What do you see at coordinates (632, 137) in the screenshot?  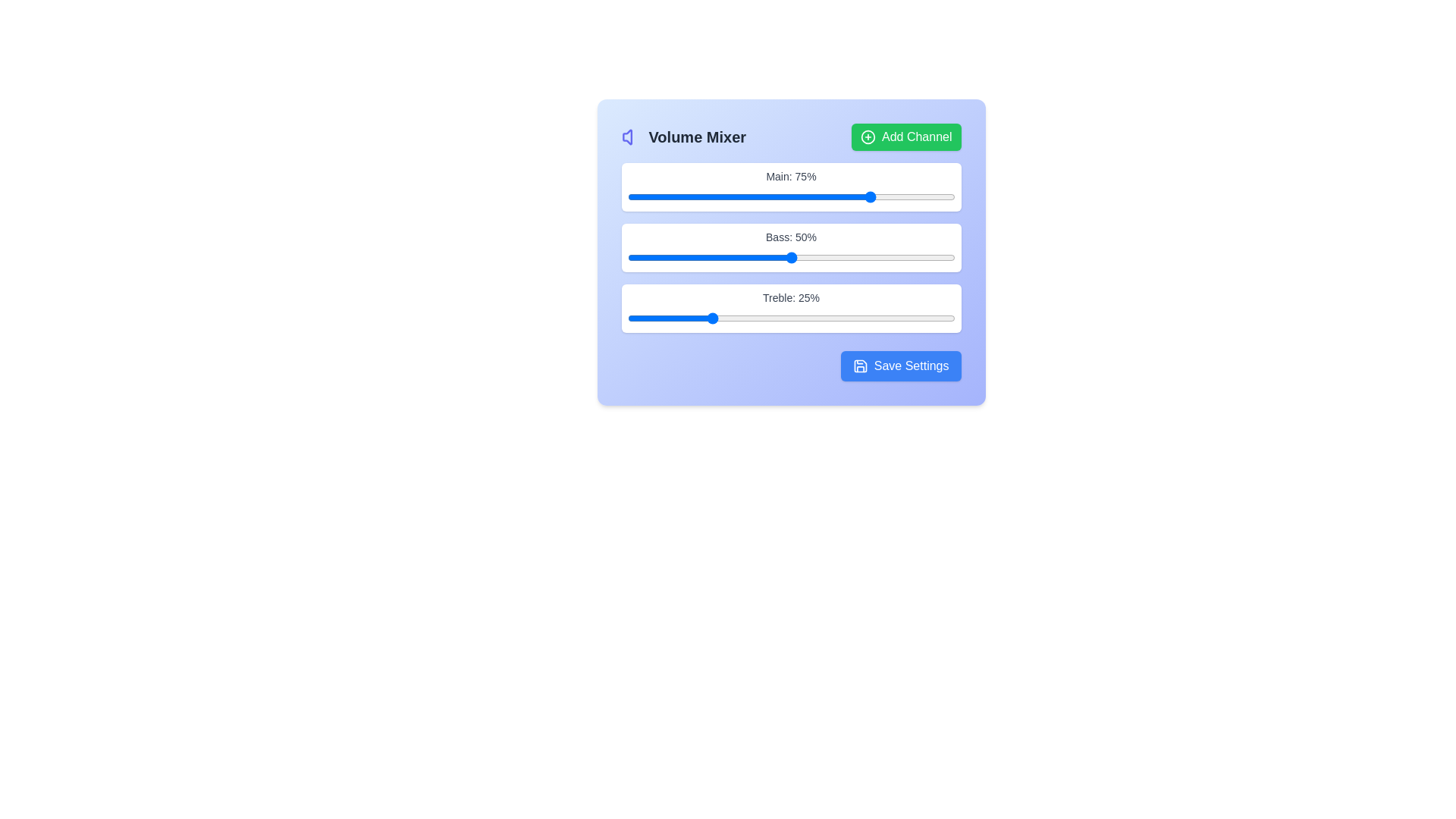 I see `the audio control icon associated with the 'Volume Mixer' label, located at the top-left section of the interface` at bounding box center [632, 137].